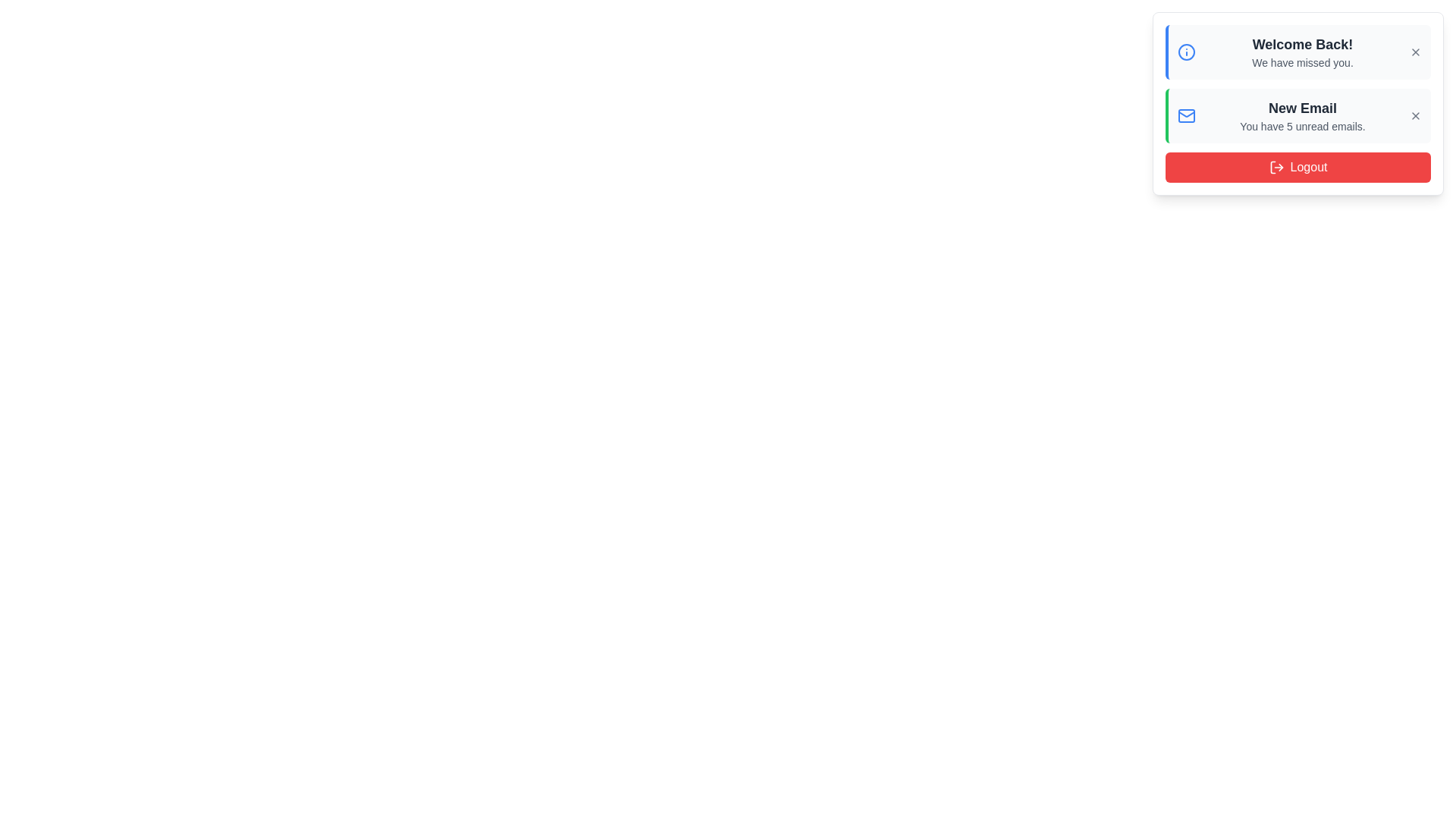 The image size is (1456, 819). What do you see at coordinates (1302, 62) in the screenshot?
I see `the secondary text label below the main heading 'Welcome Back!' in the card layout, which serves as a welcoming message to re-engage the user` at bounding box center [1302, 62].